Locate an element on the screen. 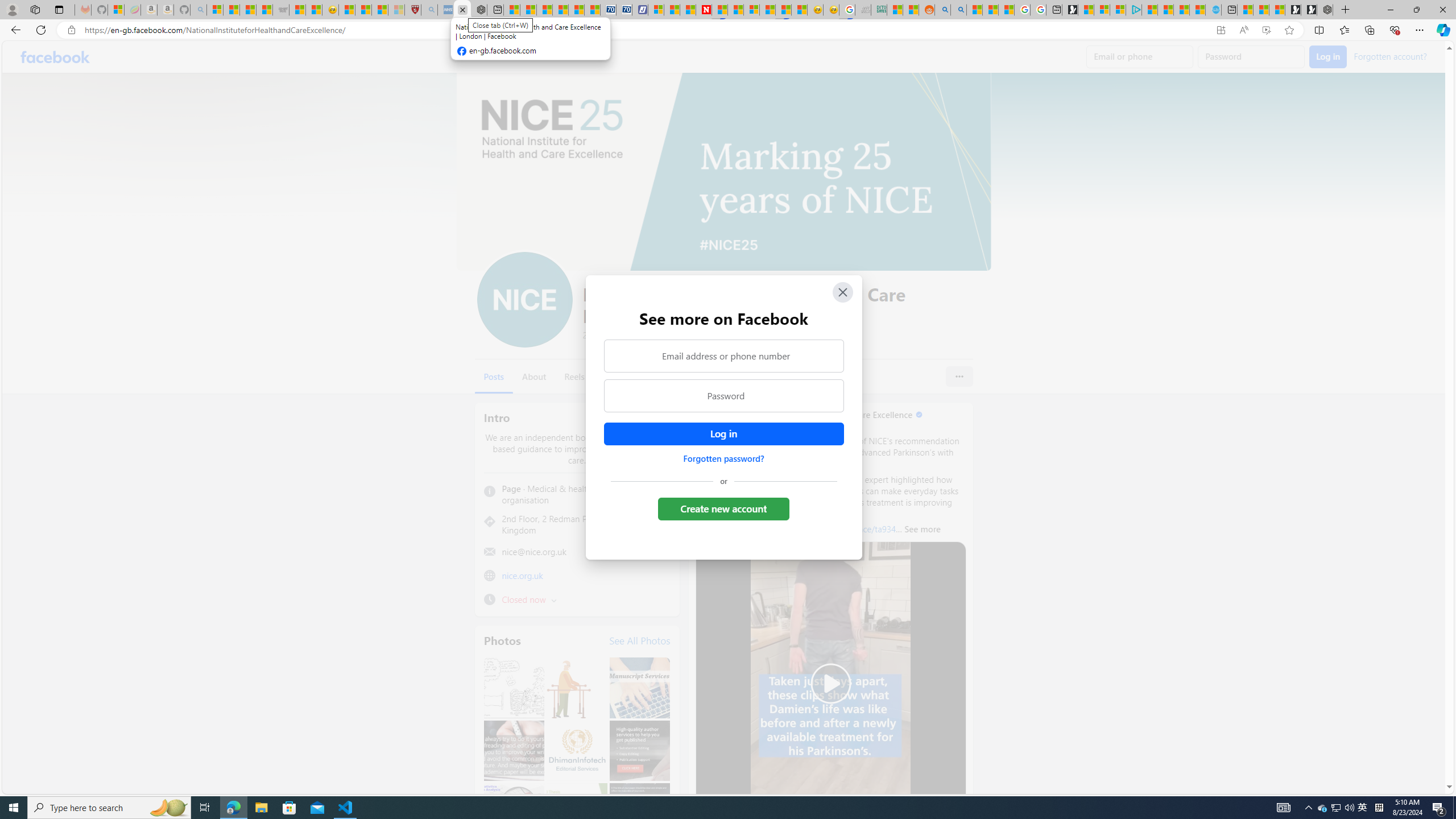 The width and height of the screenshot is (1456, 819). 'Robert H. Shmerling, MD - Harvard Health' is located at coordinates (413, 9).